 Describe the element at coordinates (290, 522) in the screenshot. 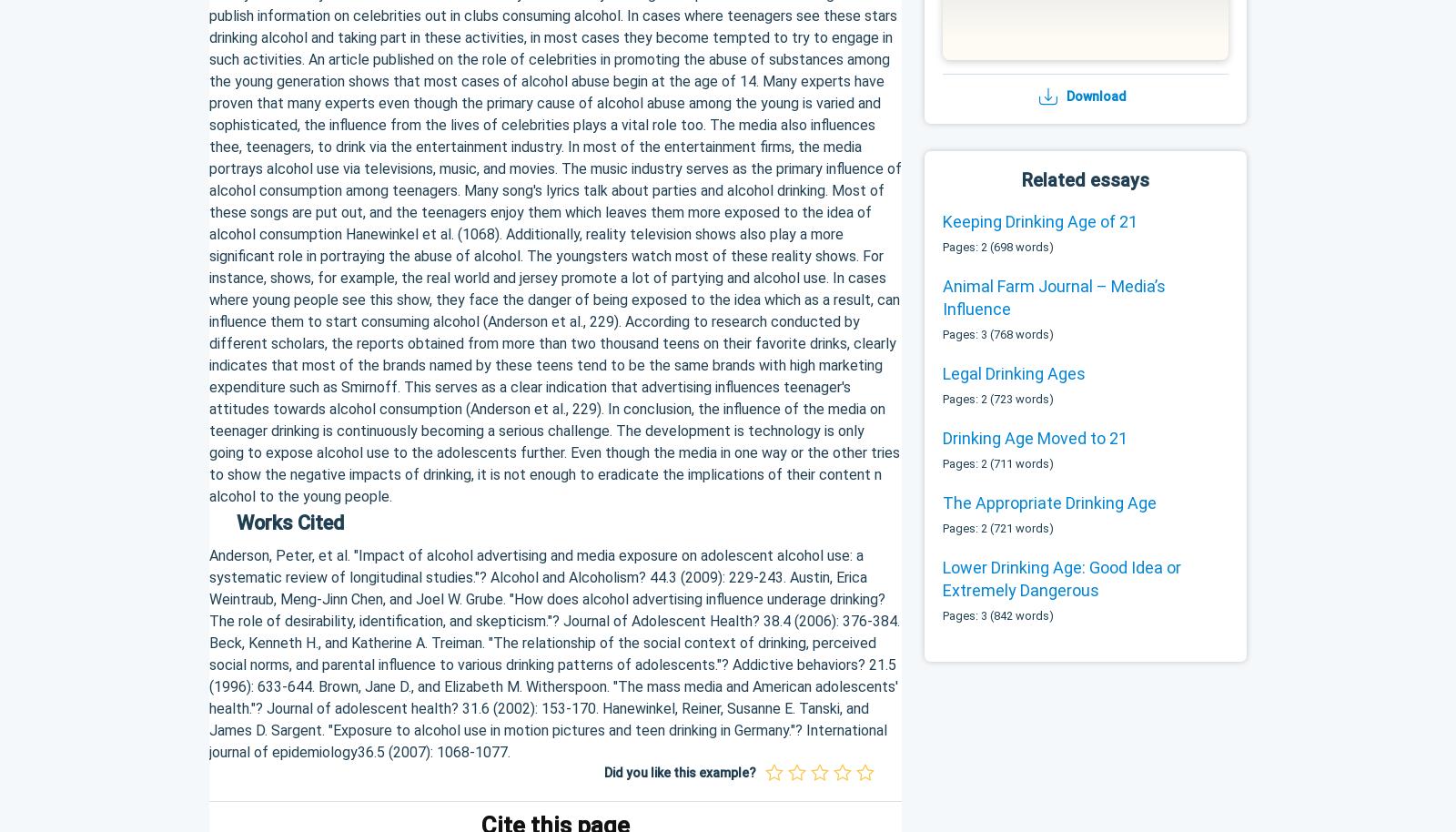

I see `'Works Cited'` at that location.